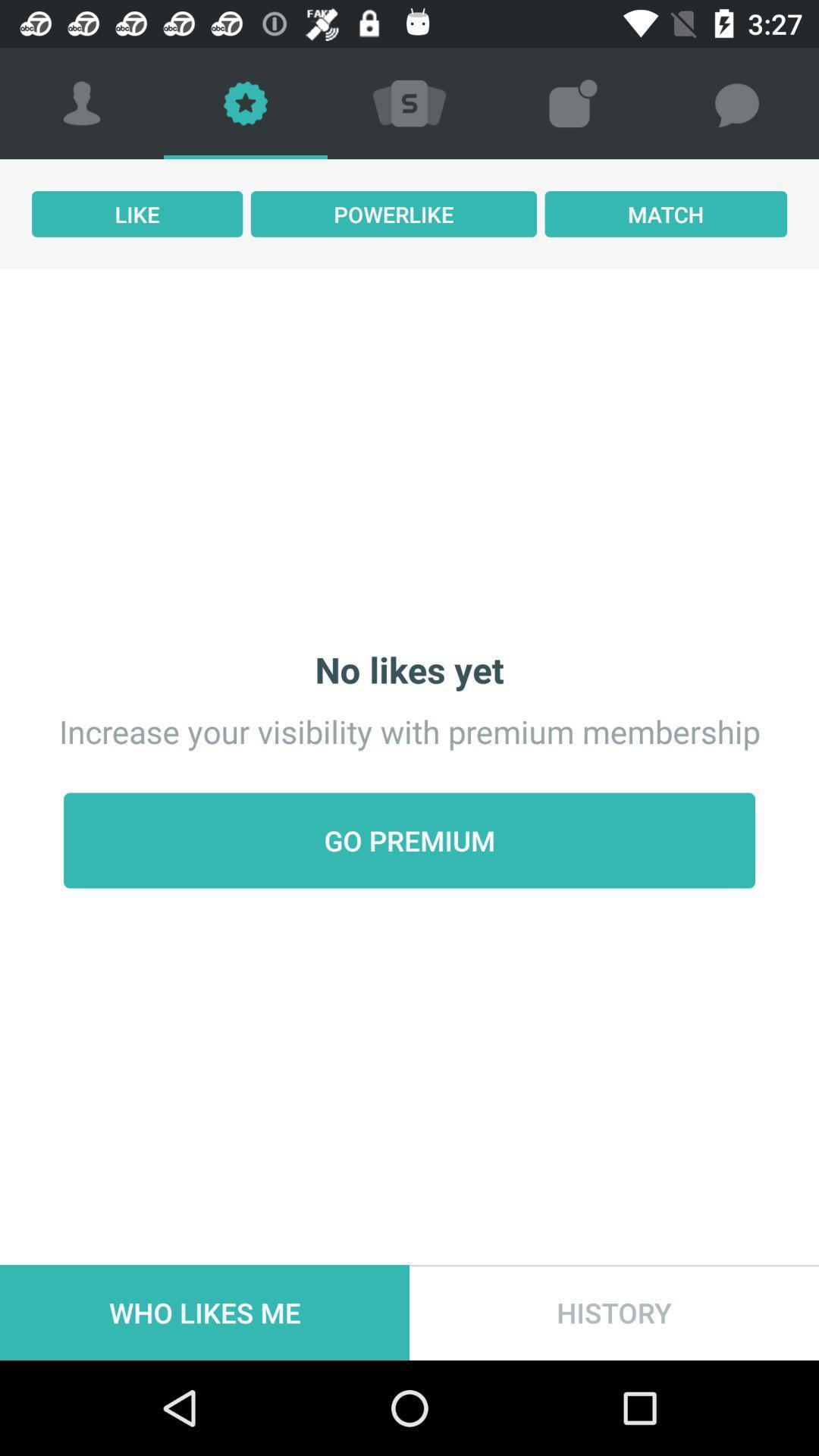 The image size is (819, 1456). What do you see at coordinates (205, 1312) in the screenshot?
I see `the icon next to history item` at bounding box center [205, 1312].